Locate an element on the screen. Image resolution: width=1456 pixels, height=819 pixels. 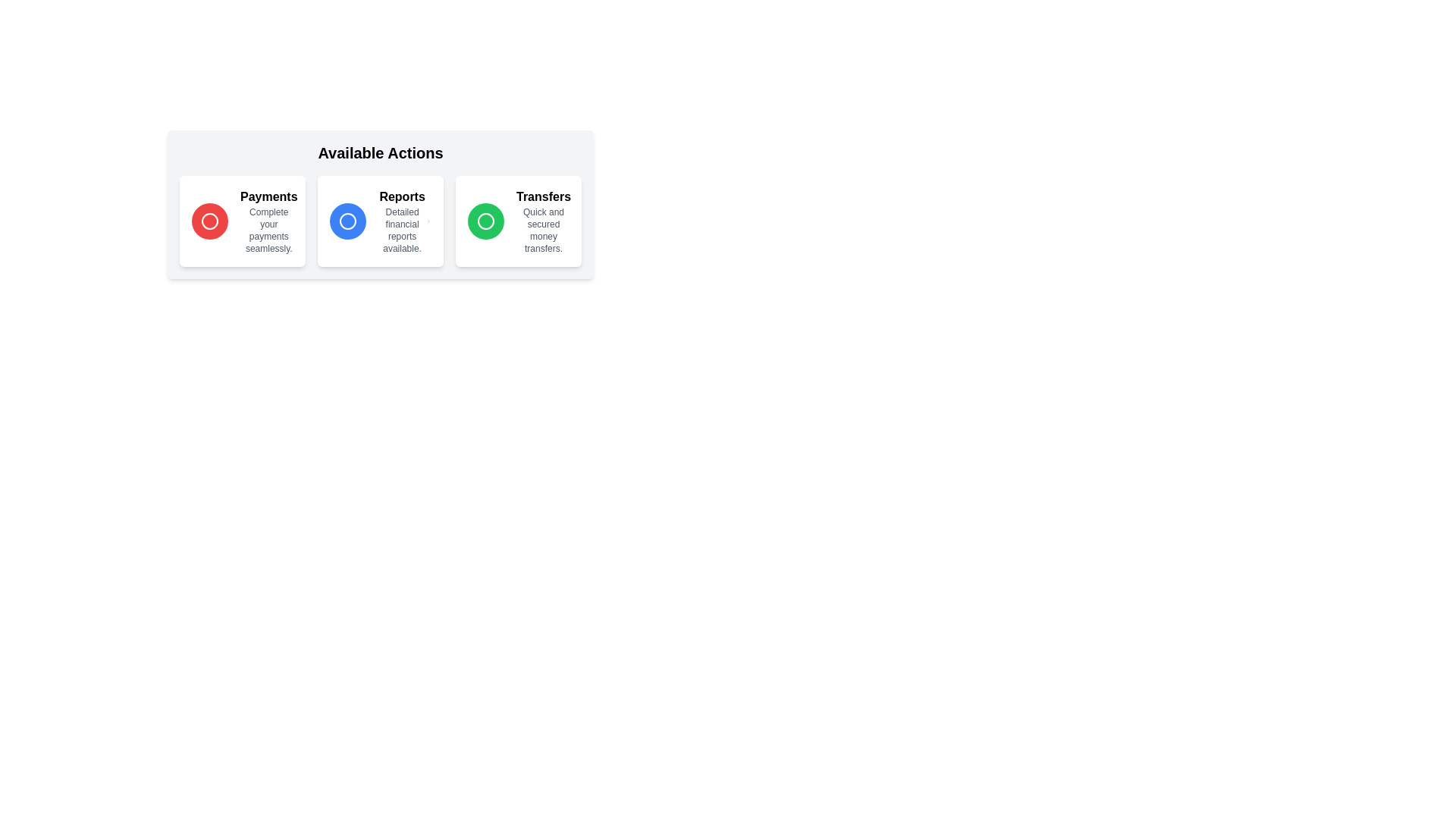
the bold text label displaying 'Transfers' located at the bottom-right of the grid of options, which is part of a card-like item is located at coordinates (543, 196).